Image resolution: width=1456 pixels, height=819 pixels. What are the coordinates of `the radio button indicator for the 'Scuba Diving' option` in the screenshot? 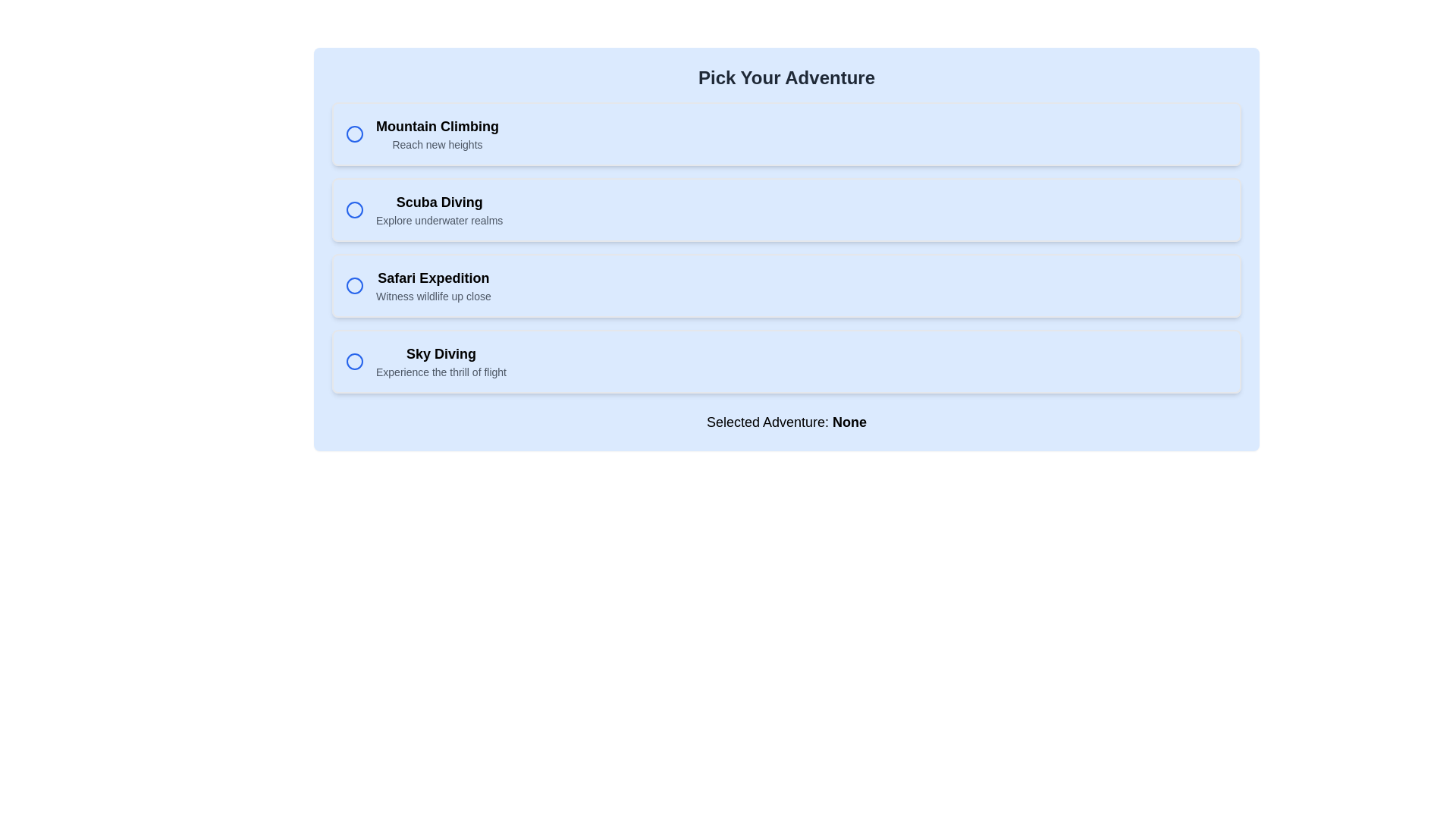 It's located at (353, 210).